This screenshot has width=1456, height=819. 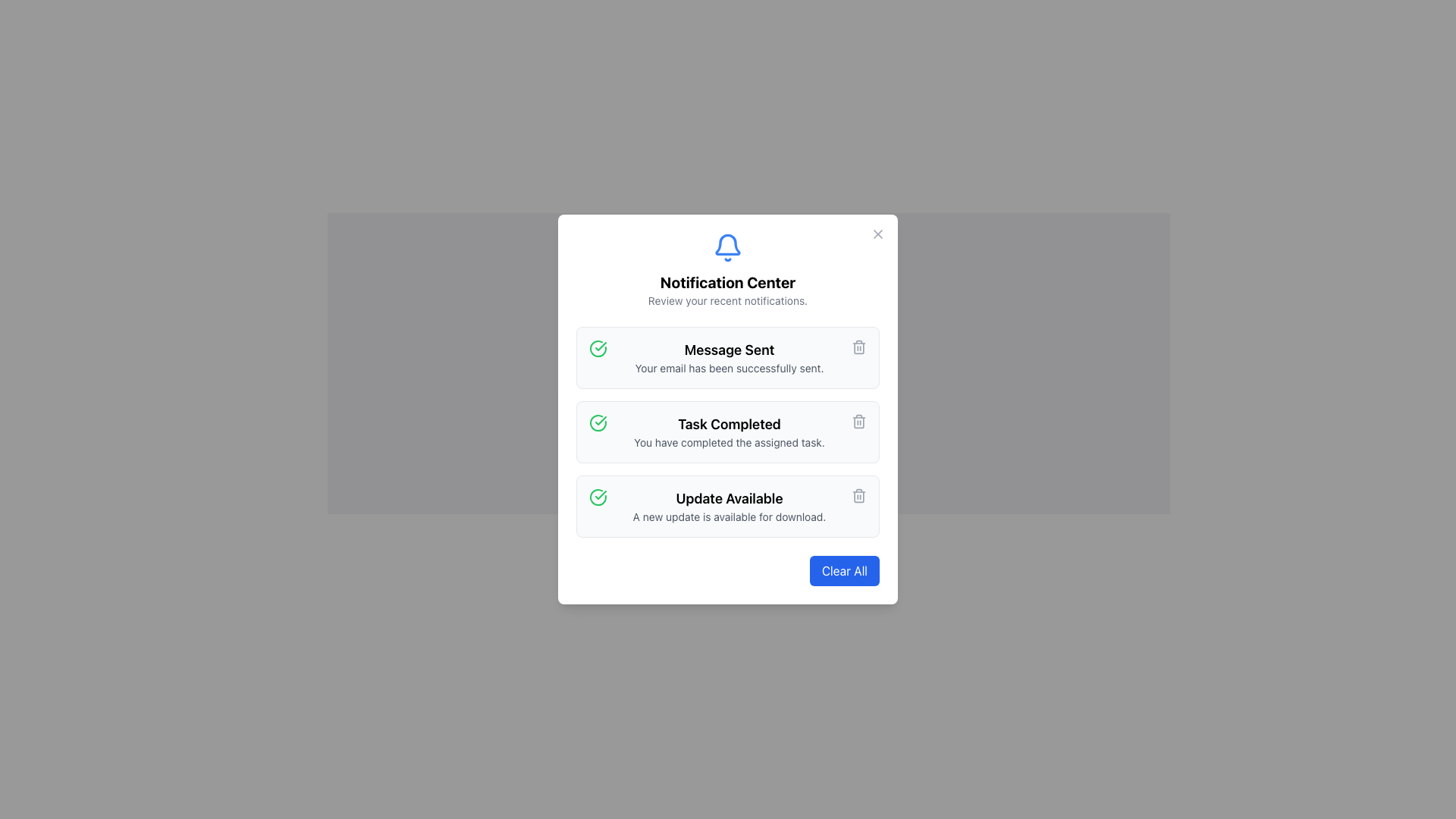 What do you see at coordinates (858, 496) in the screenshot?
I see `the interactive gray trash bin icon button located in the rightmost section of the 'Update Available' notification block` at bounding box center [858, 496].